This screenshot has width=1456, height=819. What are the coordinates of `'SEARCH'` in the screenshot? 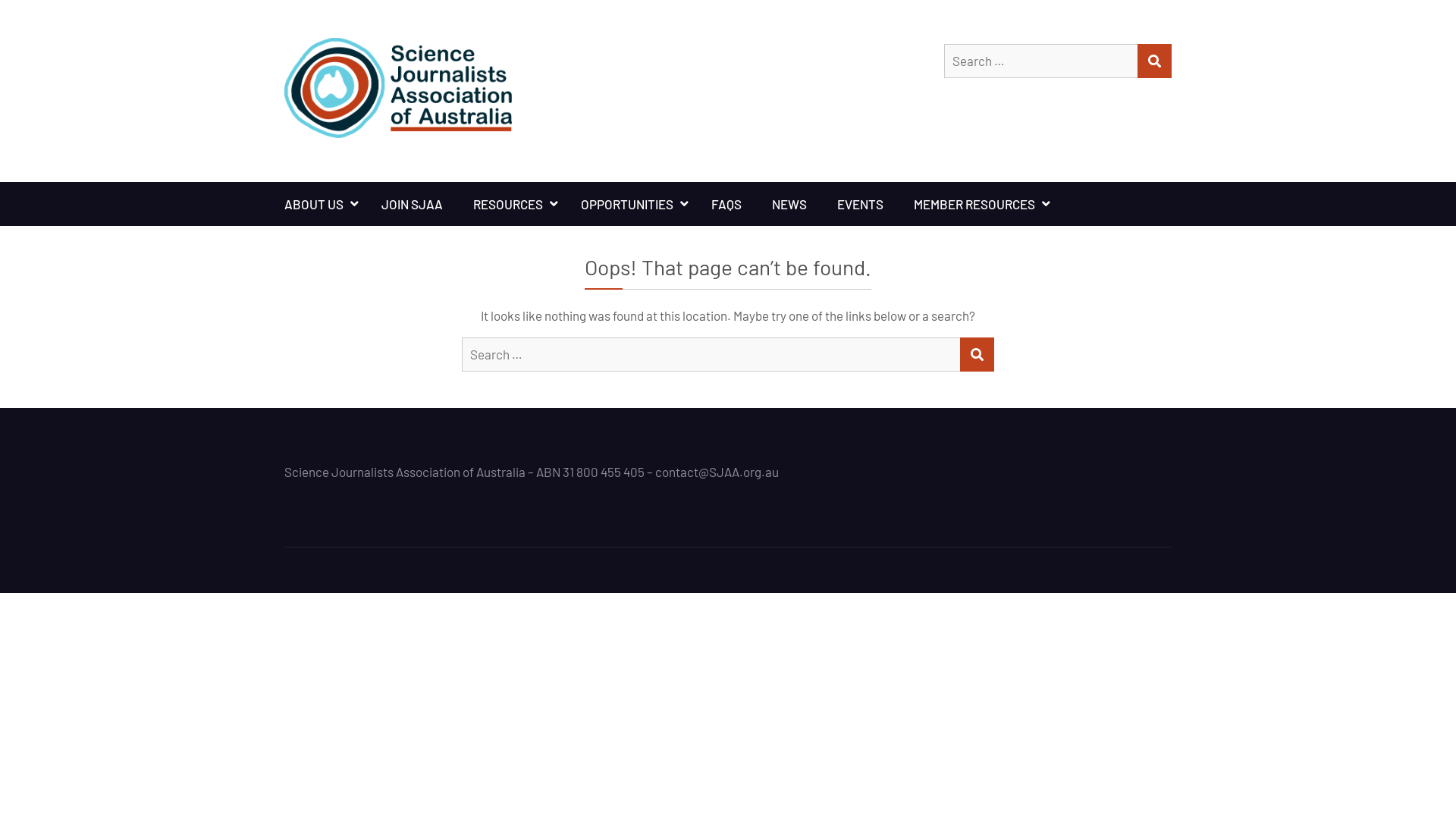 It's located at (977, 354).